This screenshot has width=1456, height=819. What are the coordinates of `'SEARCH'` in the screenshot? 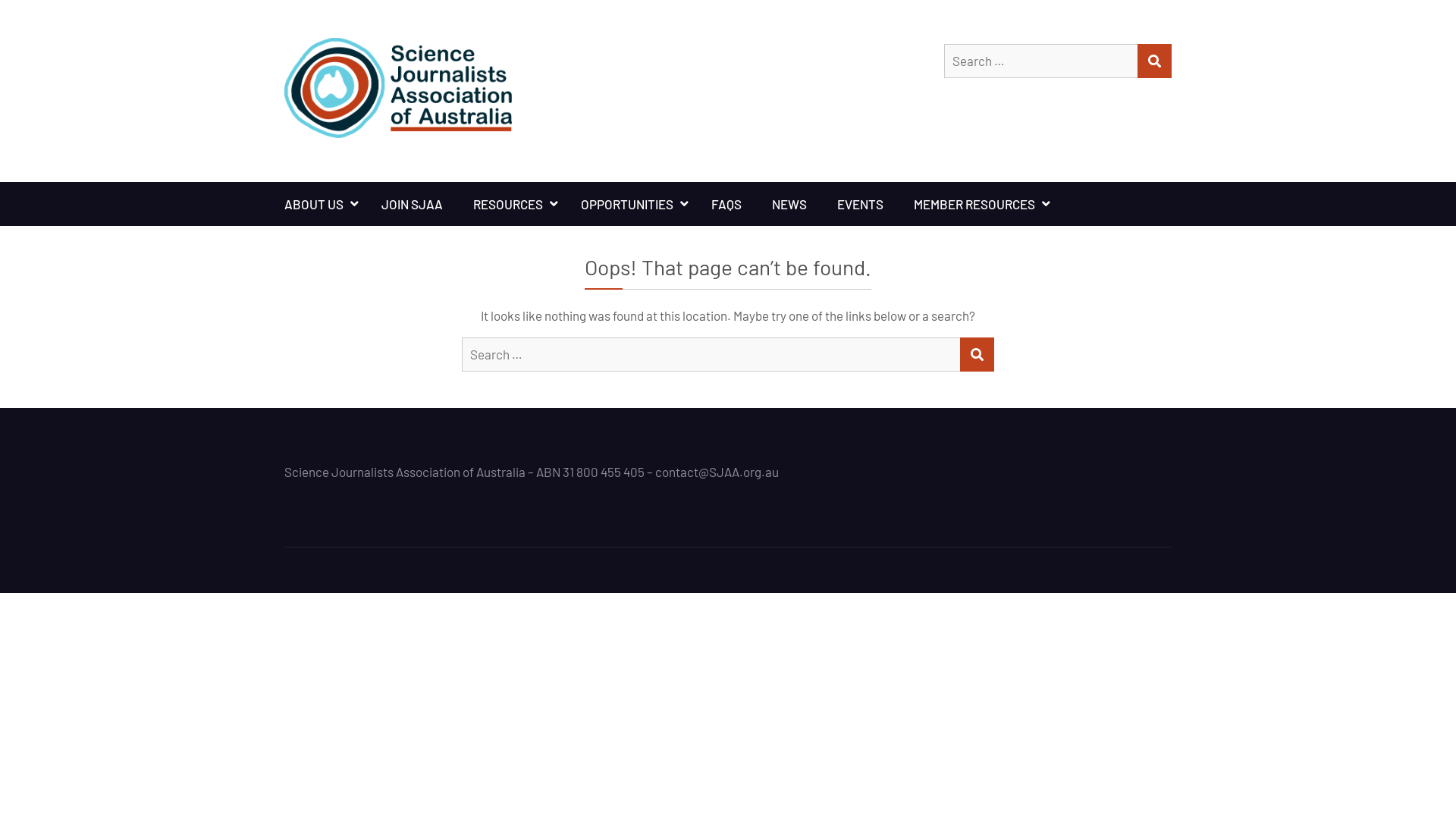 It's located at (977, 354).